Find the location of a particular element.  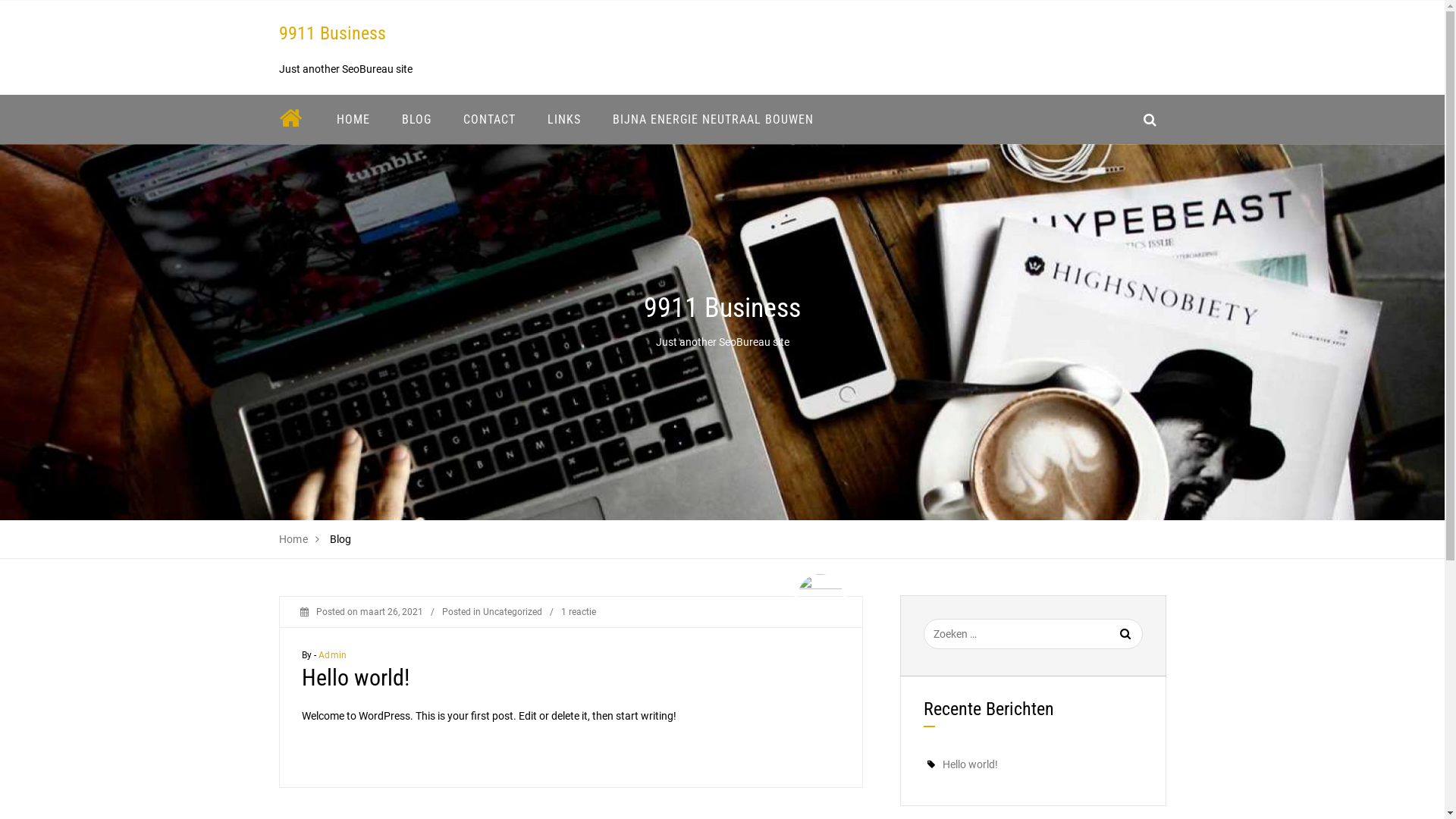

'BLOG' is located at coordinates (416, 118).